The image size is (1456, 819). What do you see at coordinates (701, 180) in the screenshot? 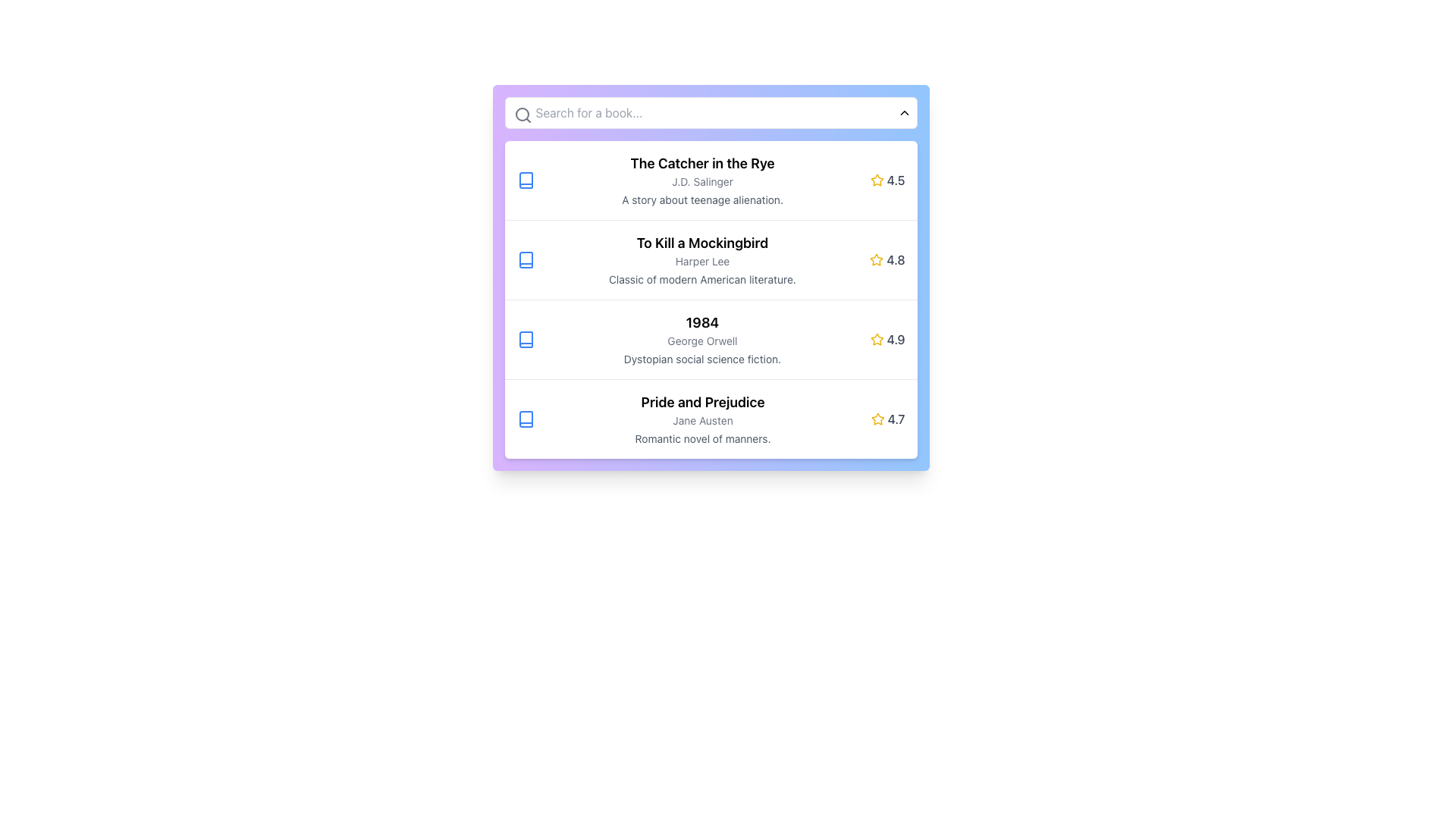
I see `the author label text element that provides information about the book 'The Catcher in the Rye', located below the title and above the description` at bounding box center [701, 180].